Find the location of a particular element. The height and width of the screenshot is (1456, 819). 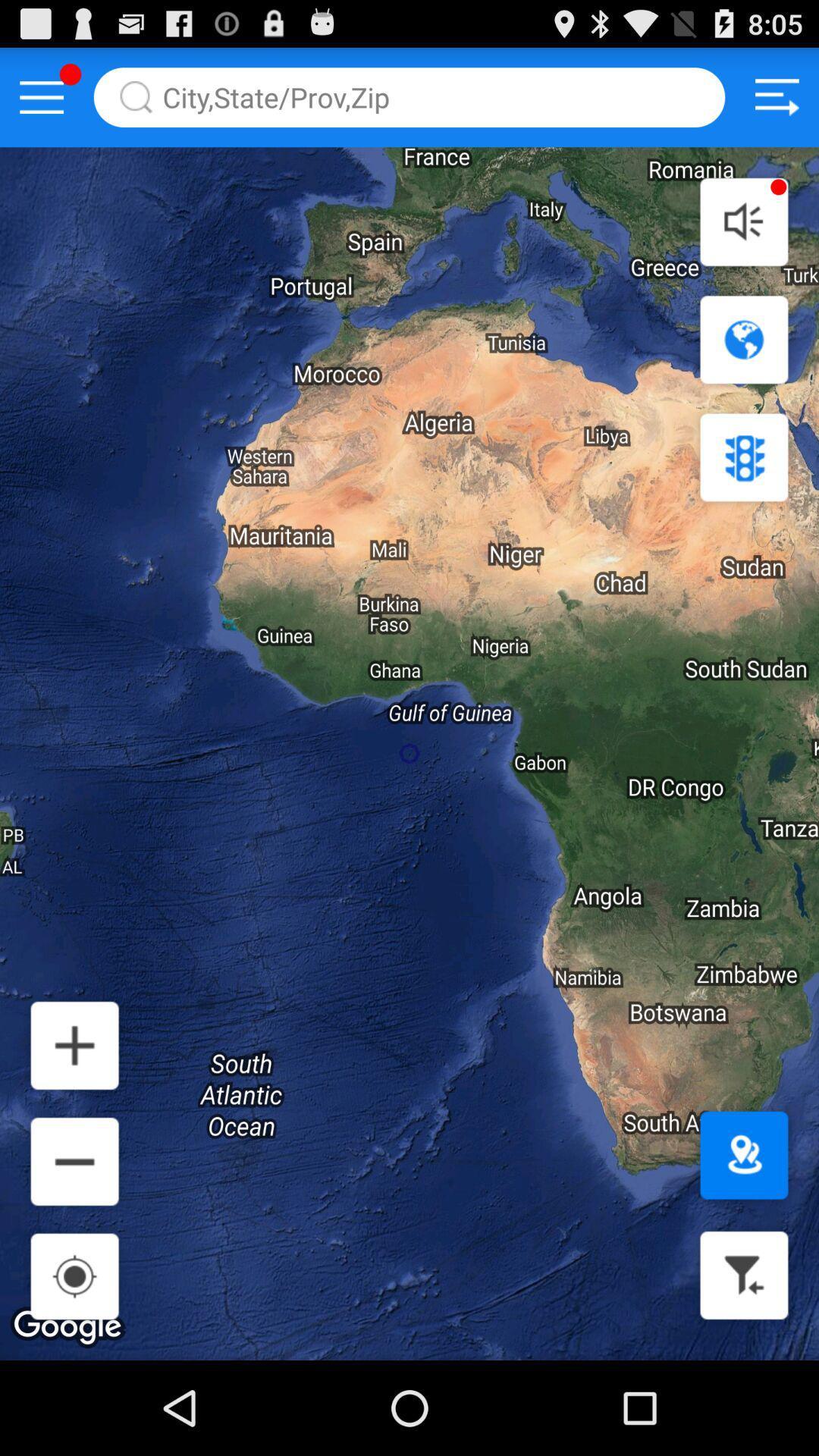

zoom off is located at coordinates (74, 1160).